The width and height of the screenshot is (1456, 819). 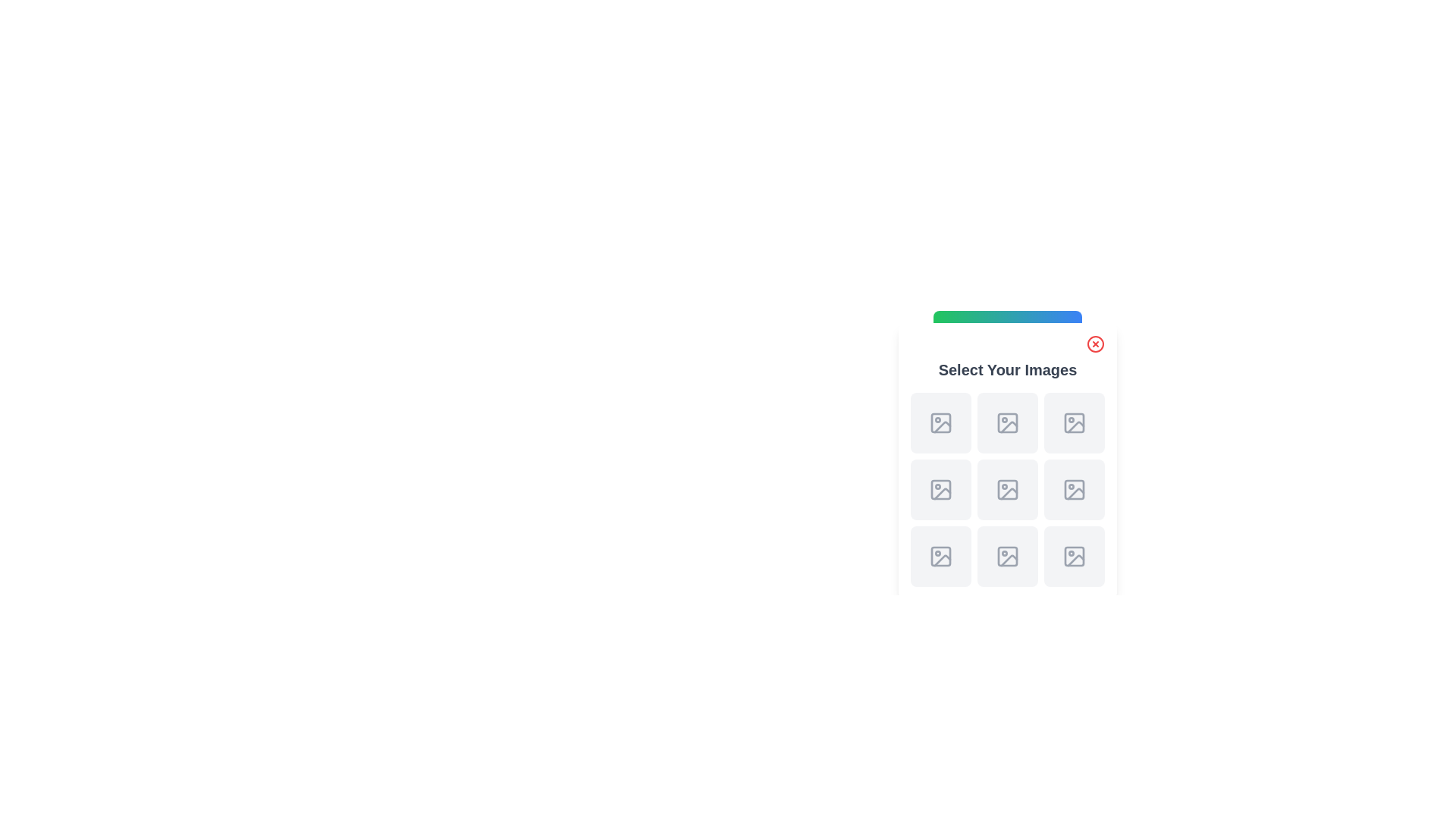 I want to click on the Icon Placeholder element, which is an image/photo icon with a gray outline and rounded corners located in the second row, second column of a 3x3 grid layout, so click(x=940, y=489).